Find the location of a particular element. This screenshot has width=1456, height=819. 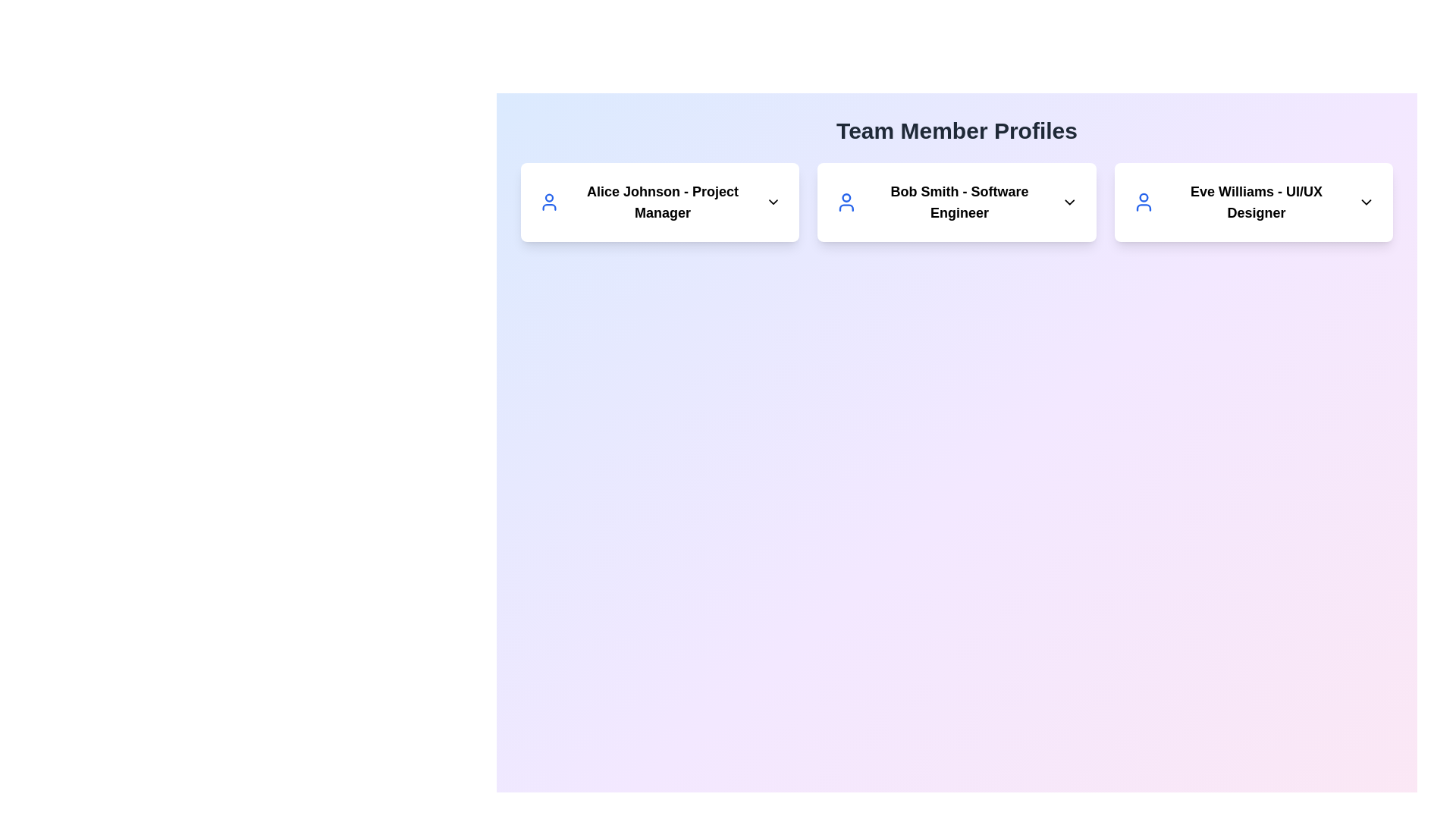

the text label displaying the name and professional designation of the team member, located in the middle column of the second card under 'Team Member Profiles' is located at coordinates (956, 201).